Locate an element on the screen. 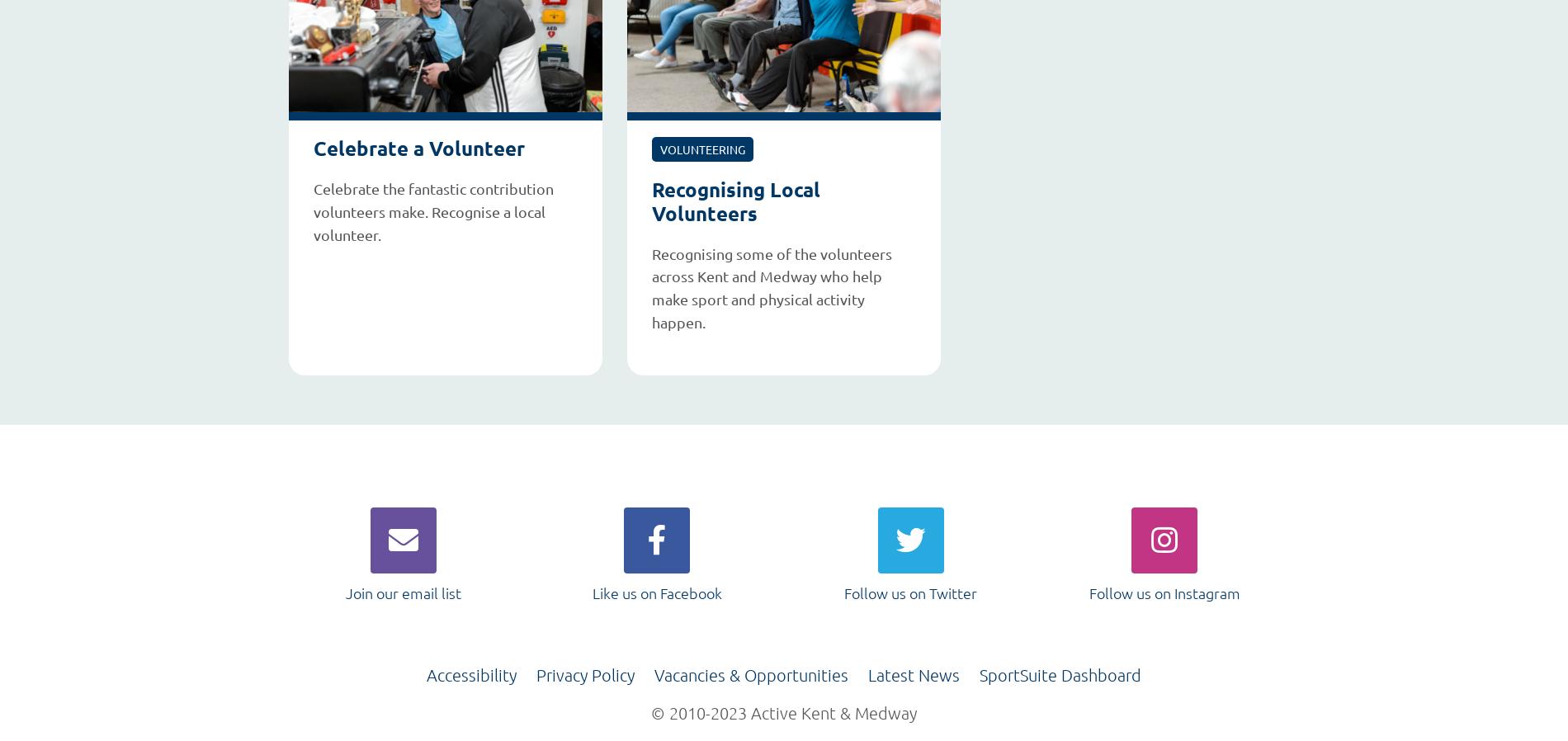 The width and height of the screenshot is (1568, 741). 'Volunteering' is located at coordinates (701, 147).